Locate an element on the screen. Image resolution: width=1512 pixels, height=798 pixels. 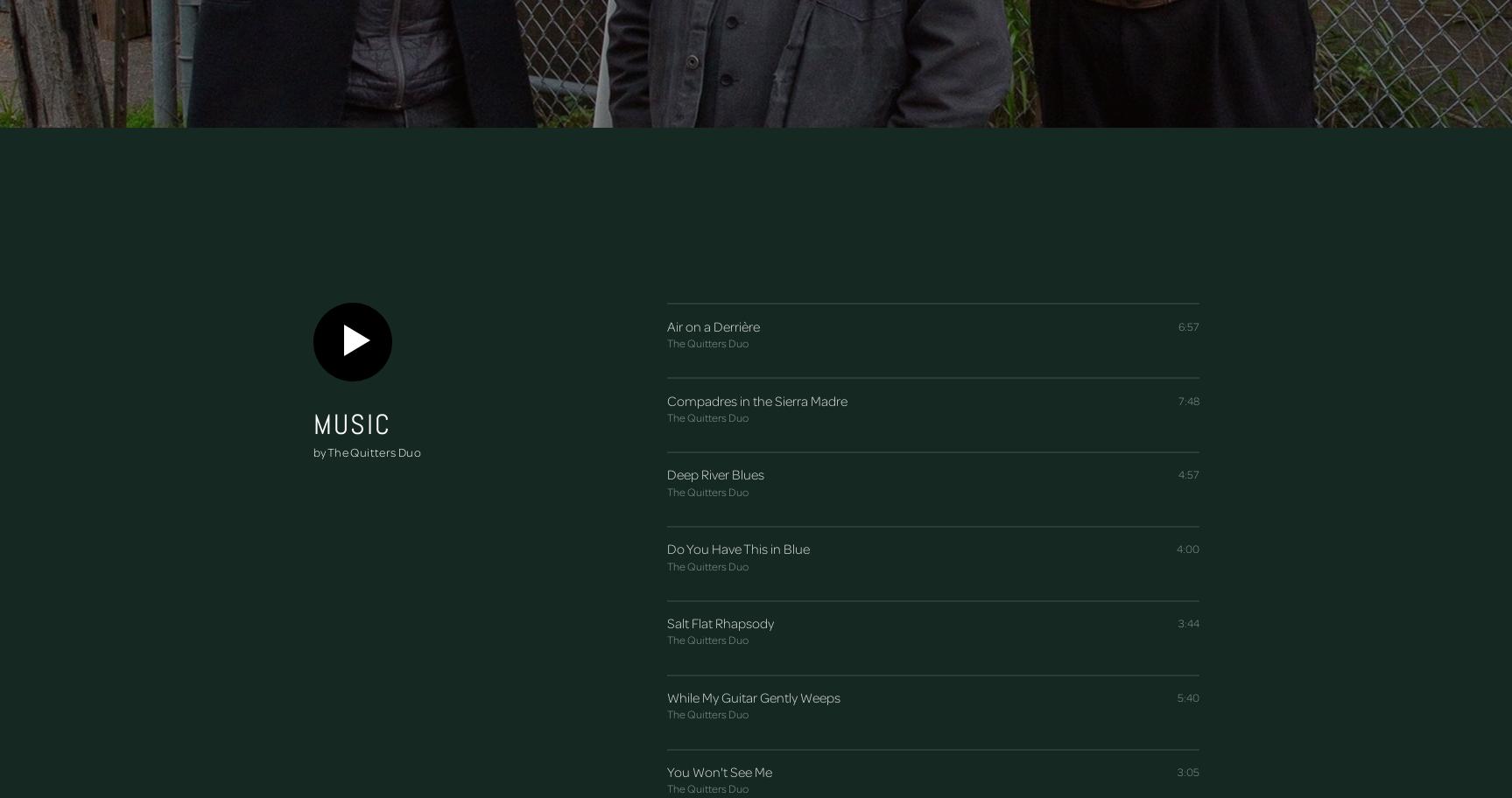
'Deep River Blues' is located at coordinates (715, 474).